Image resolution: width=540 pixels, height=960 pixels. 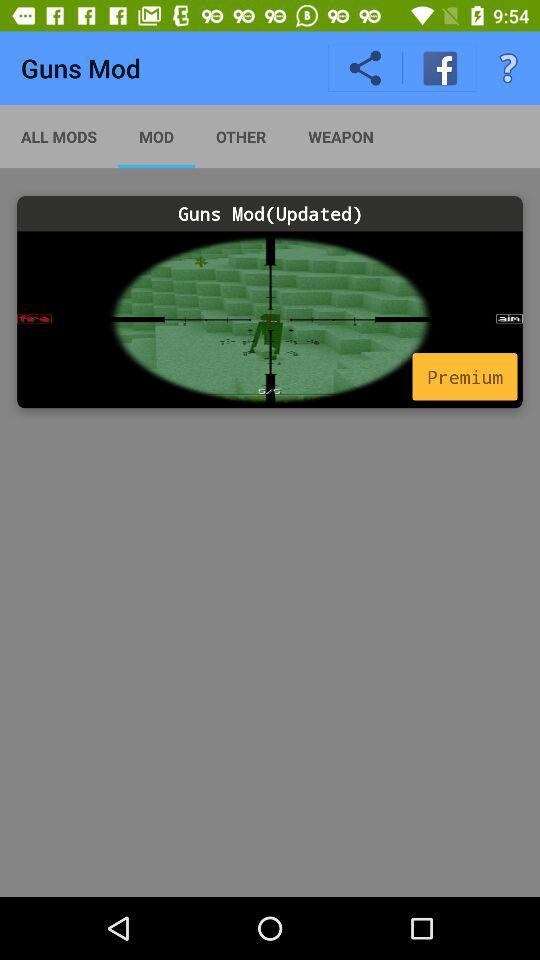 I want to click on mod, so click(x=270, y=319).